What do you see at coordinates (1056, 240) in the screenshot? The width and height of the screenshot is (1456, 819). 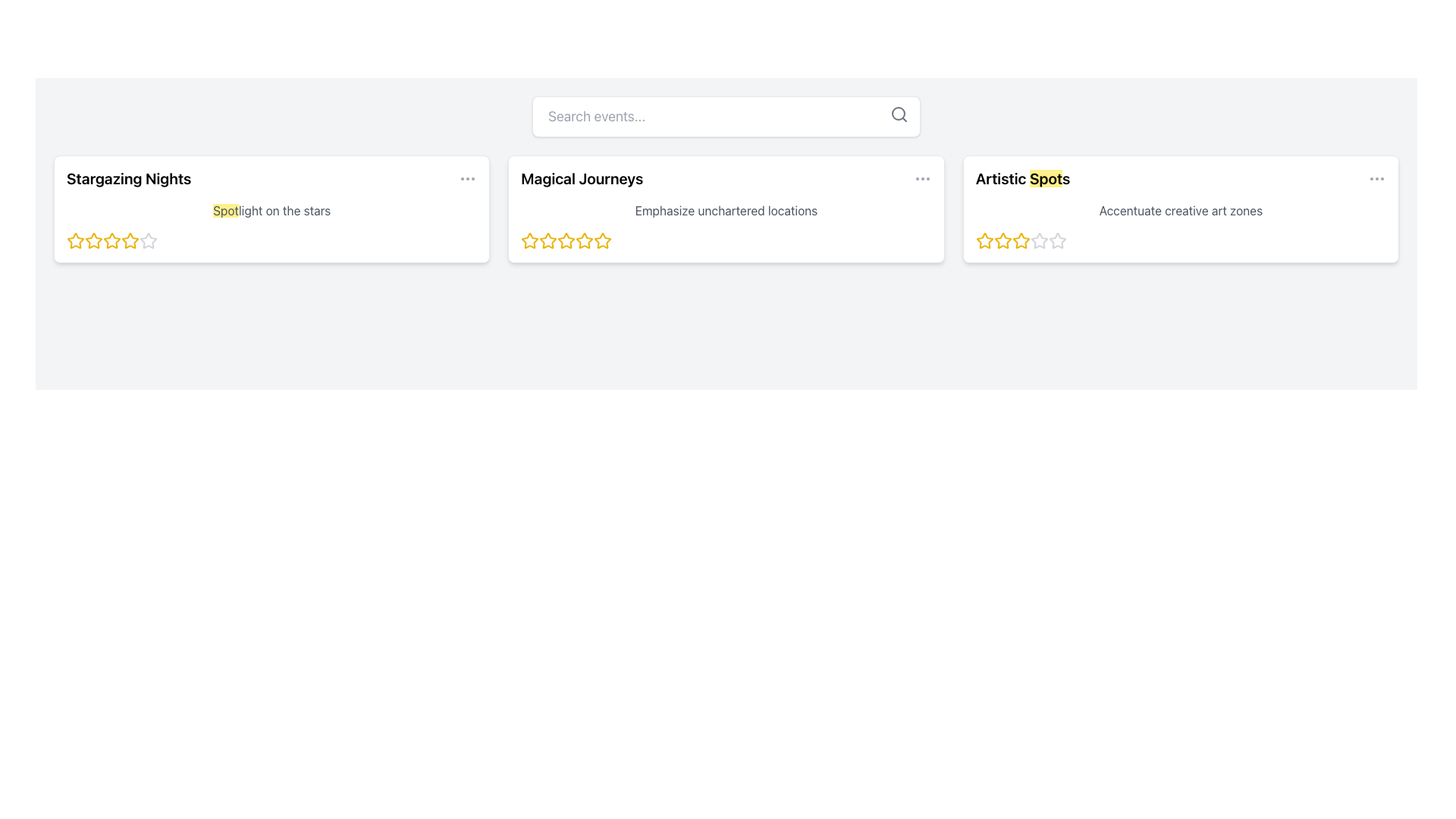 I see `the fifth star icon in the five-star rating system, which is currently inactive or unrated, directly below the text 'Artistic Spots' in the third card` at bounding box center [1056, 240].